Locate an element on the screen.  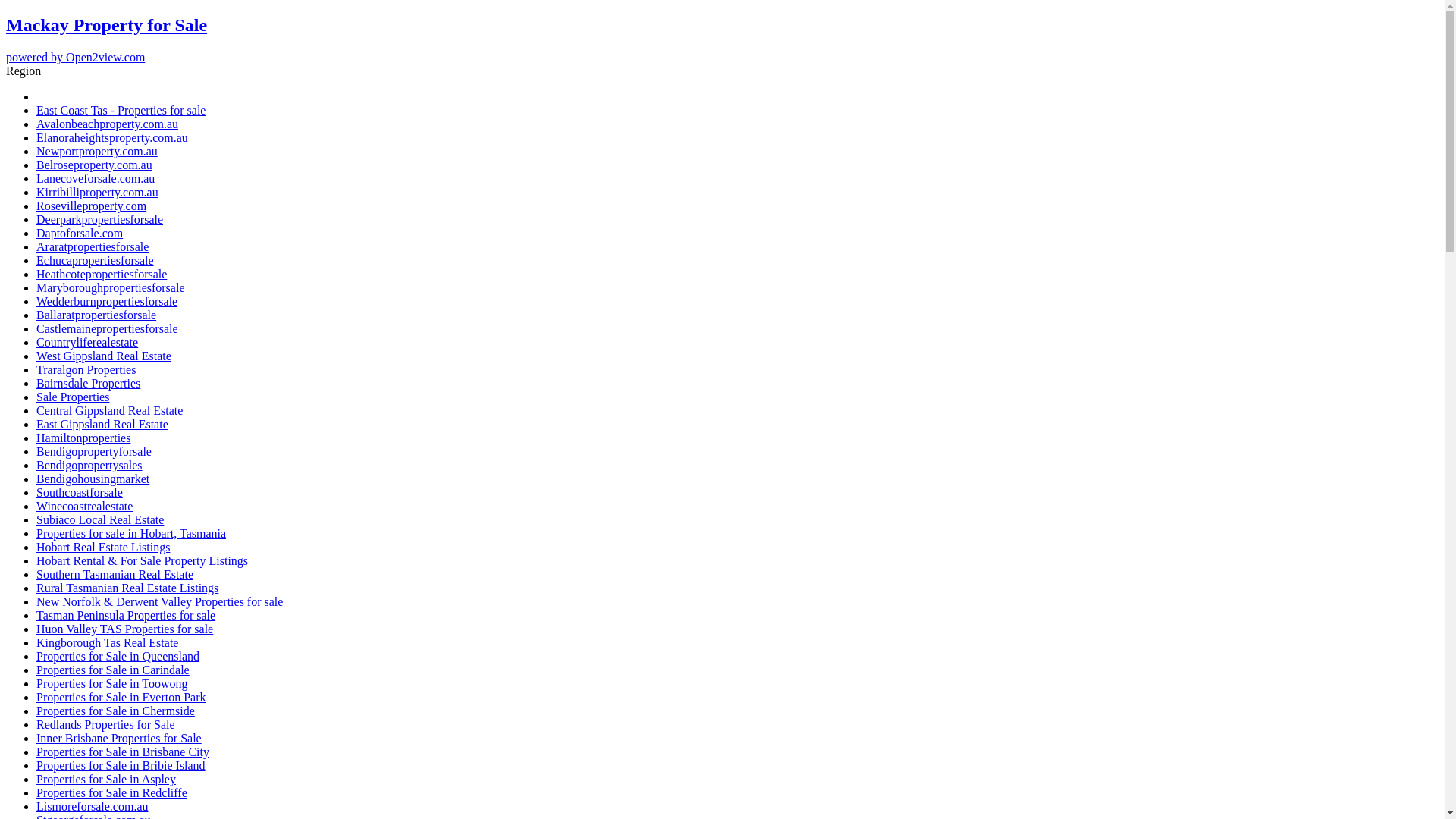
'Deerparkpropertiesforsale' is located at coordinates (99, 219).